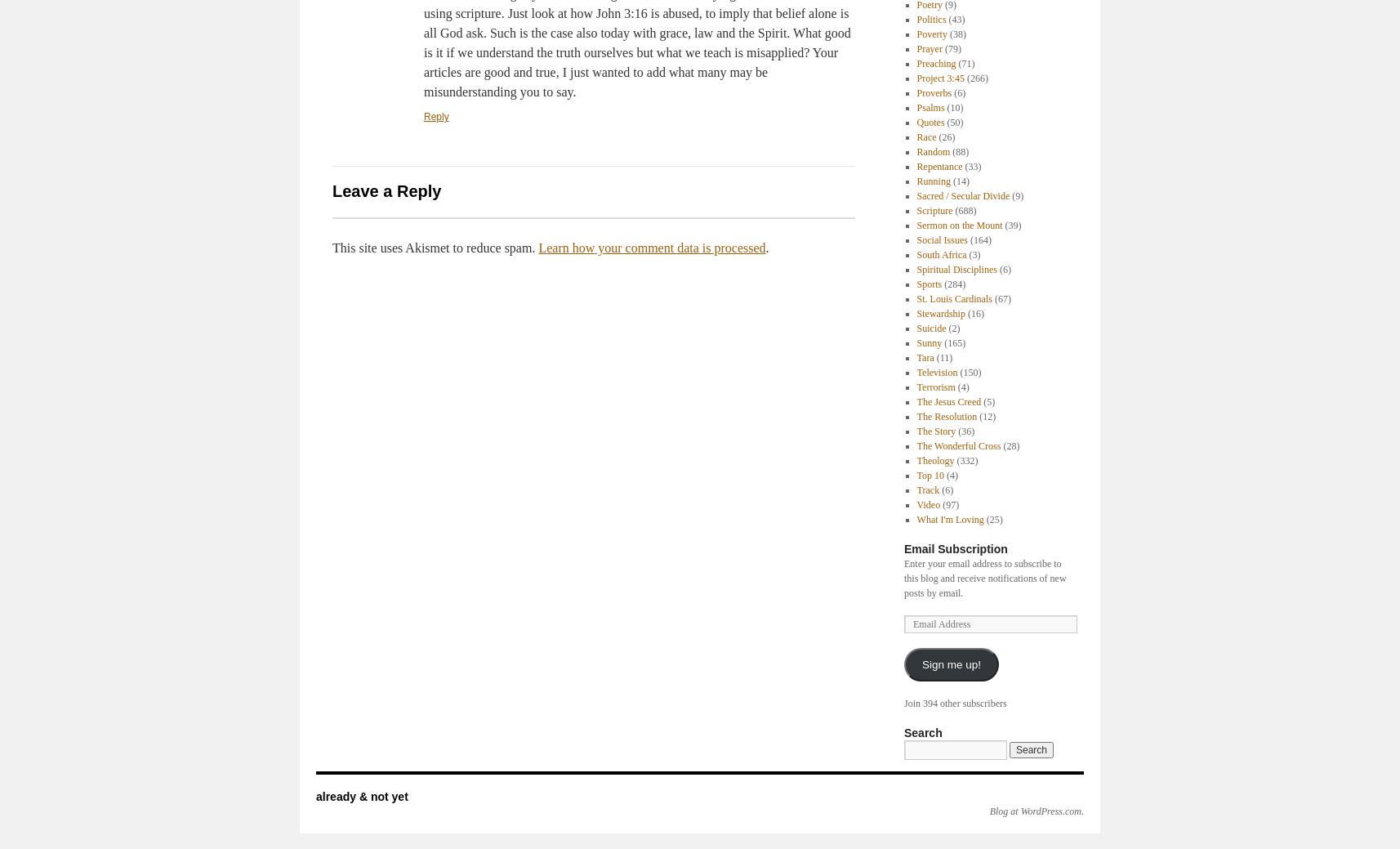 The image size is (1400, 849). Describe the element at coordinates (929, 283) in the screenshot. I see `'Sports'` at that location.